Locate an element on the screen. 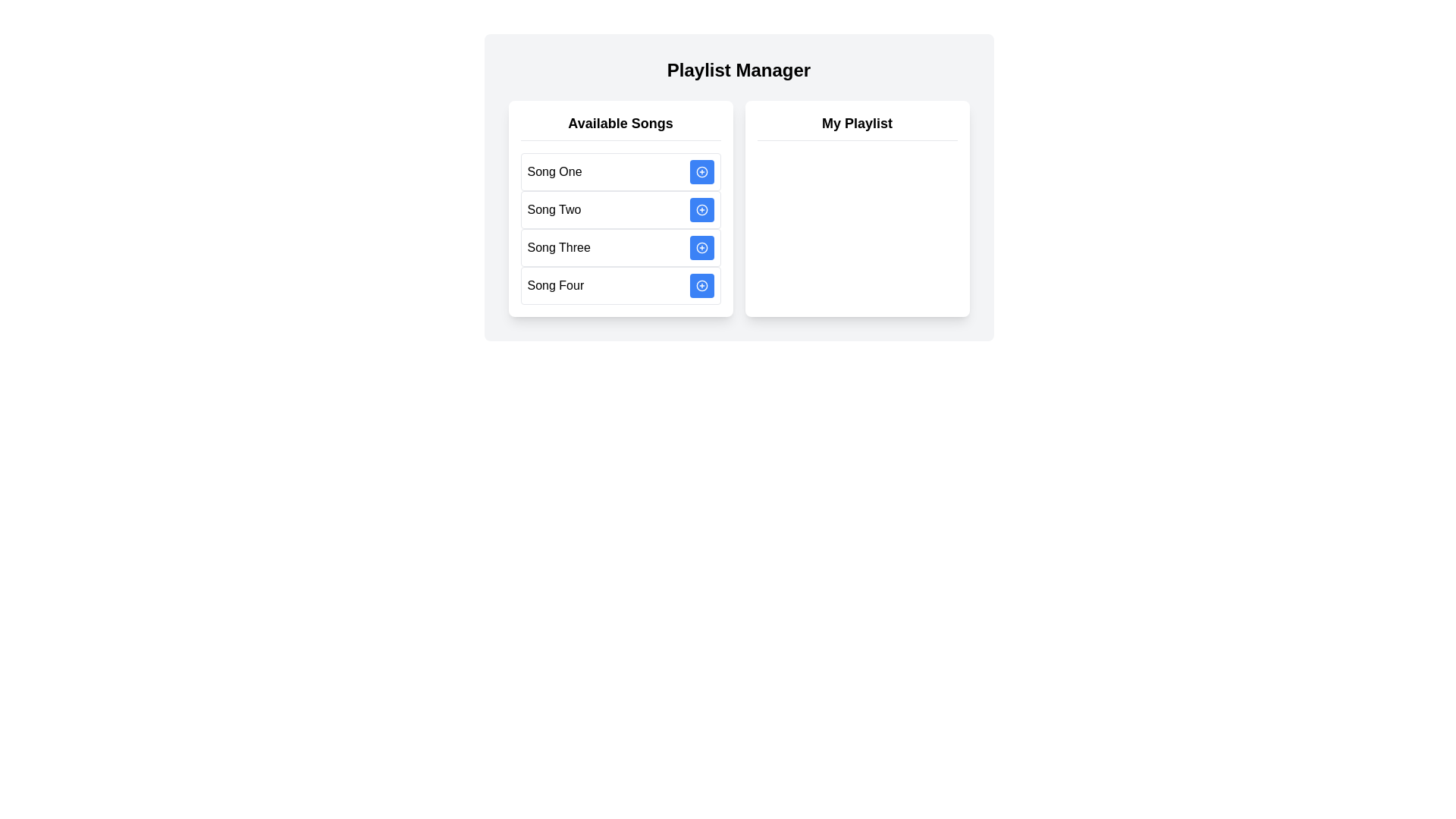 The width and height of the screenshot is (1456, 819). 'Add' button next to the song titled Song One to add it to the playlist is located at coordinates (701, 171).